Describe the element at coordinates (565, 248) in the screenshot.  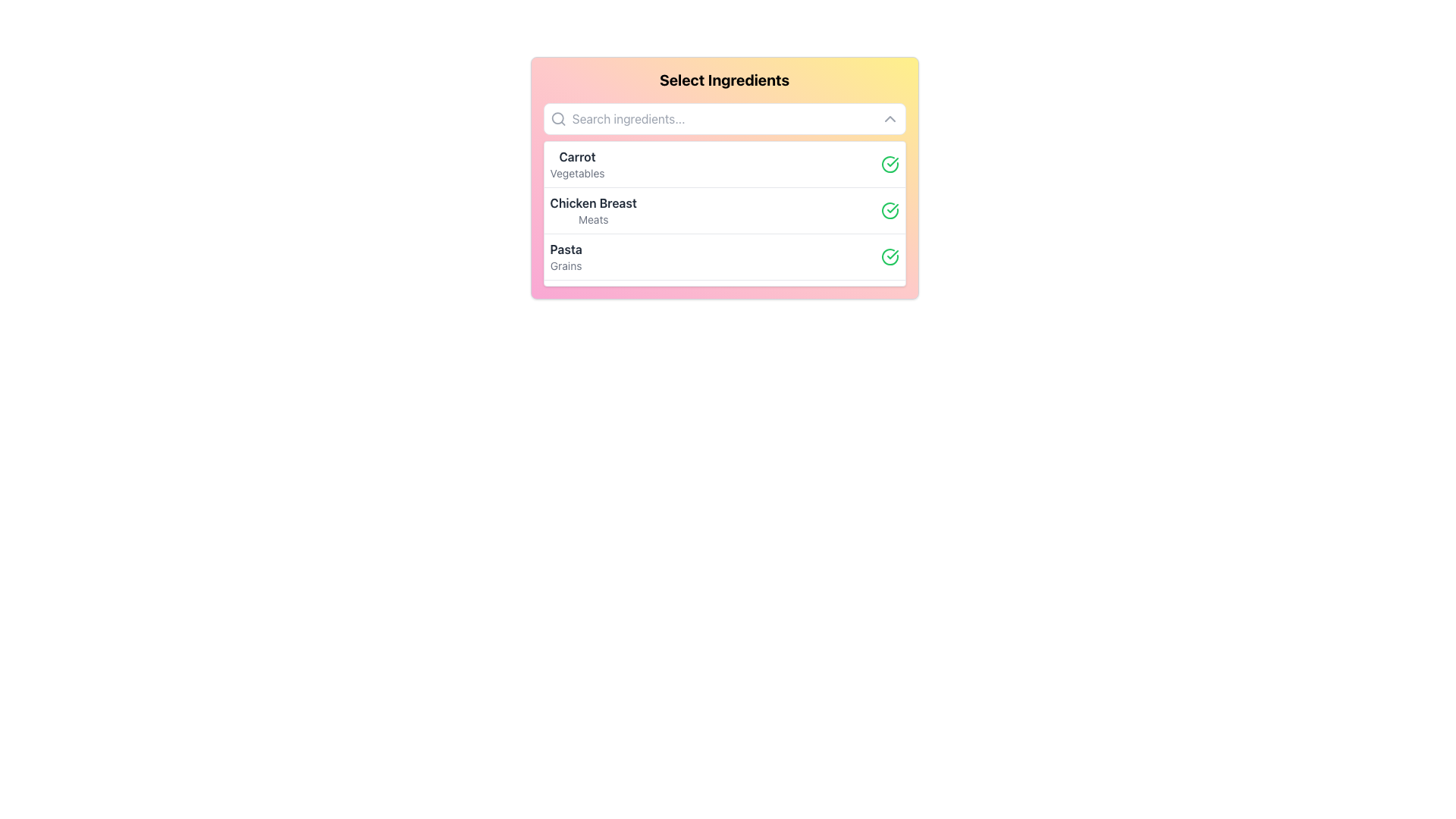
I see `the ingredient name` at that location.